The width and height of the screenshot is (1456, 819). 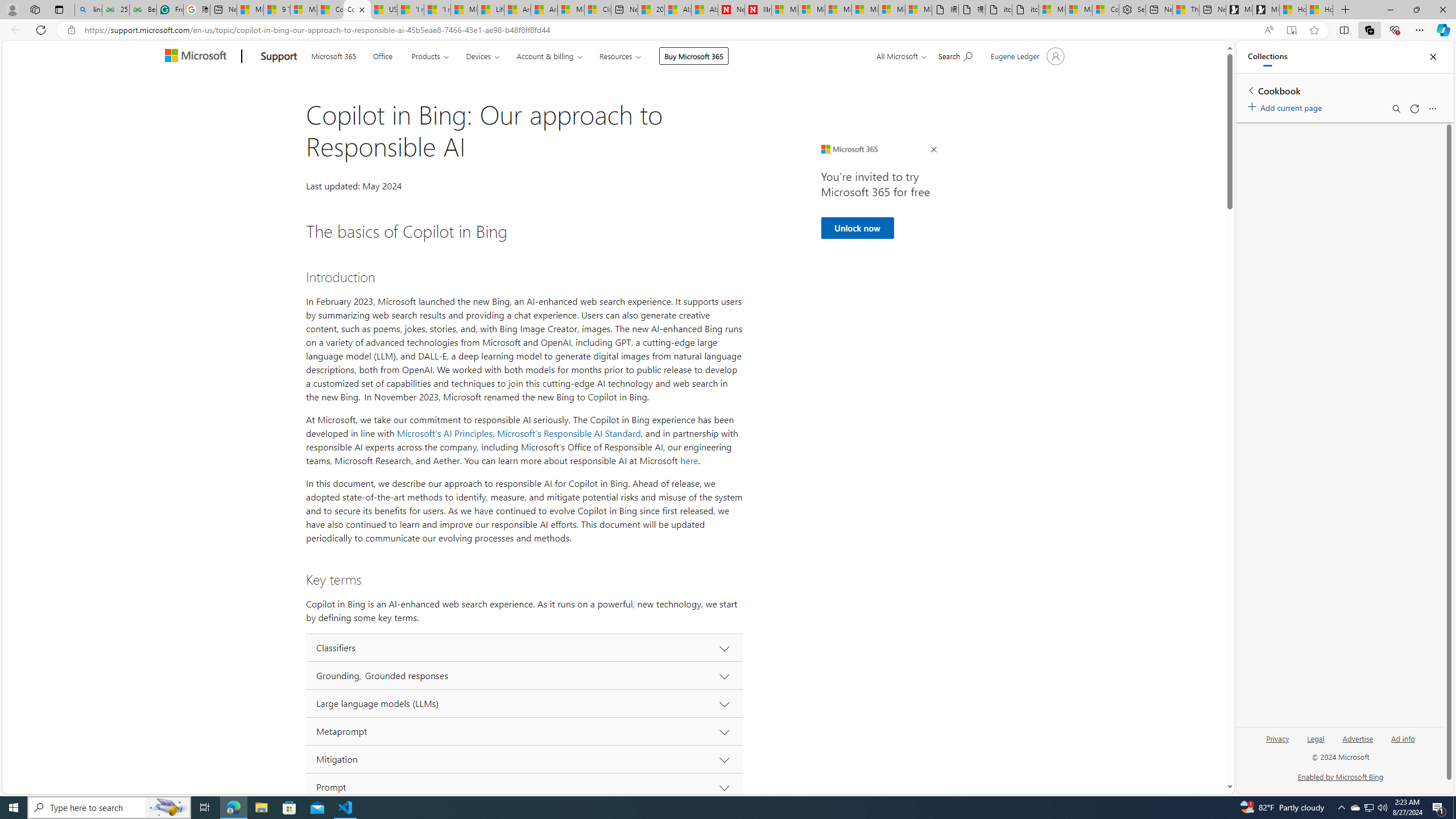 I want to click on 'Office', so click(x=382, y=54).